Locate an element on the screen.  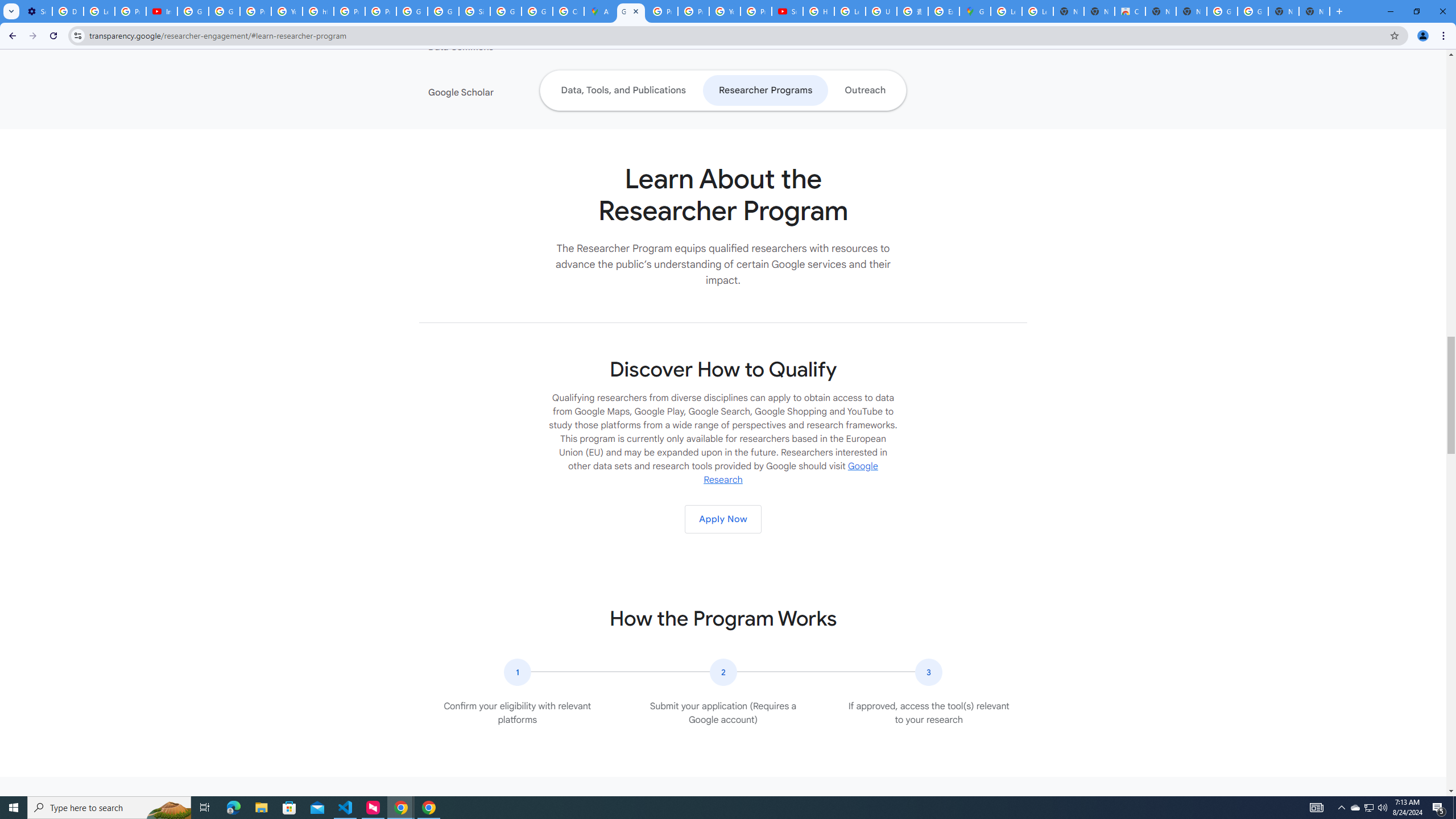
'Google Scholar' is located at coordinates (498, 92).